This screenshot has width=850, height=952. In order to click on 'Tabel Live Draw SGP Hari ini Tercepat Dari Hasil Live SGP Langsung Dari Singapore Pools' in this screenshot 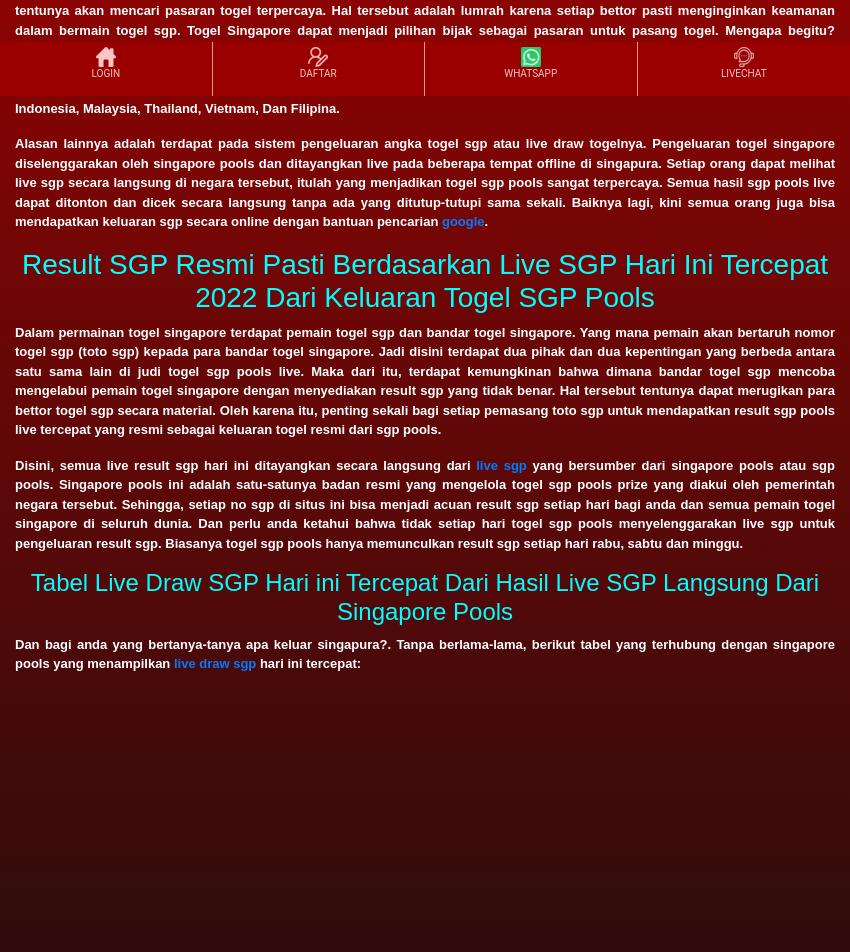, I will do `click(424, 596)`.